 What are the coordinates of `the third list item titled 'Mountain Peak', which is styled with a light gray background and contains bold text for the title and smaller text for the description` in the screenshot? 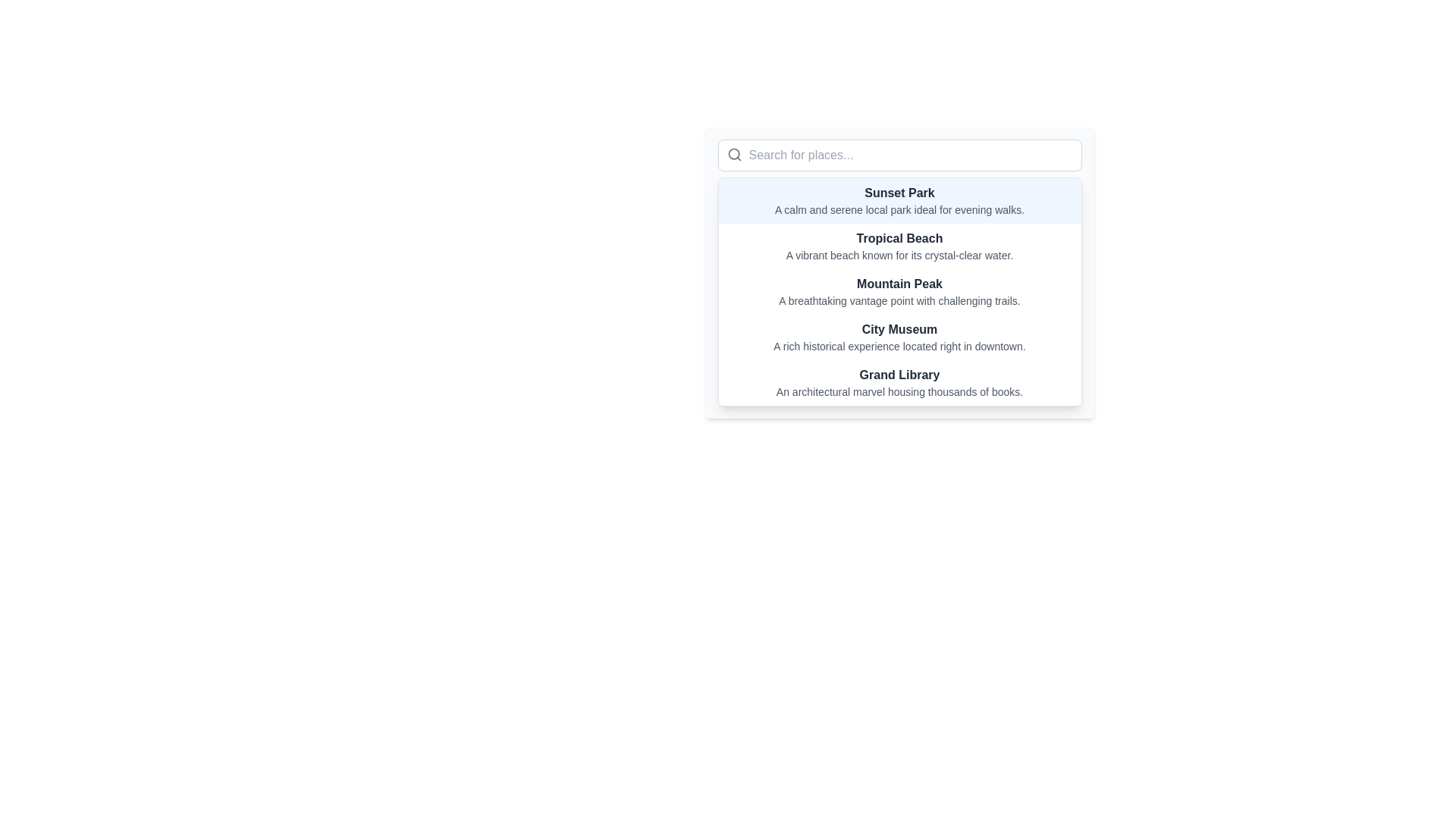 It's located at (899, 271).